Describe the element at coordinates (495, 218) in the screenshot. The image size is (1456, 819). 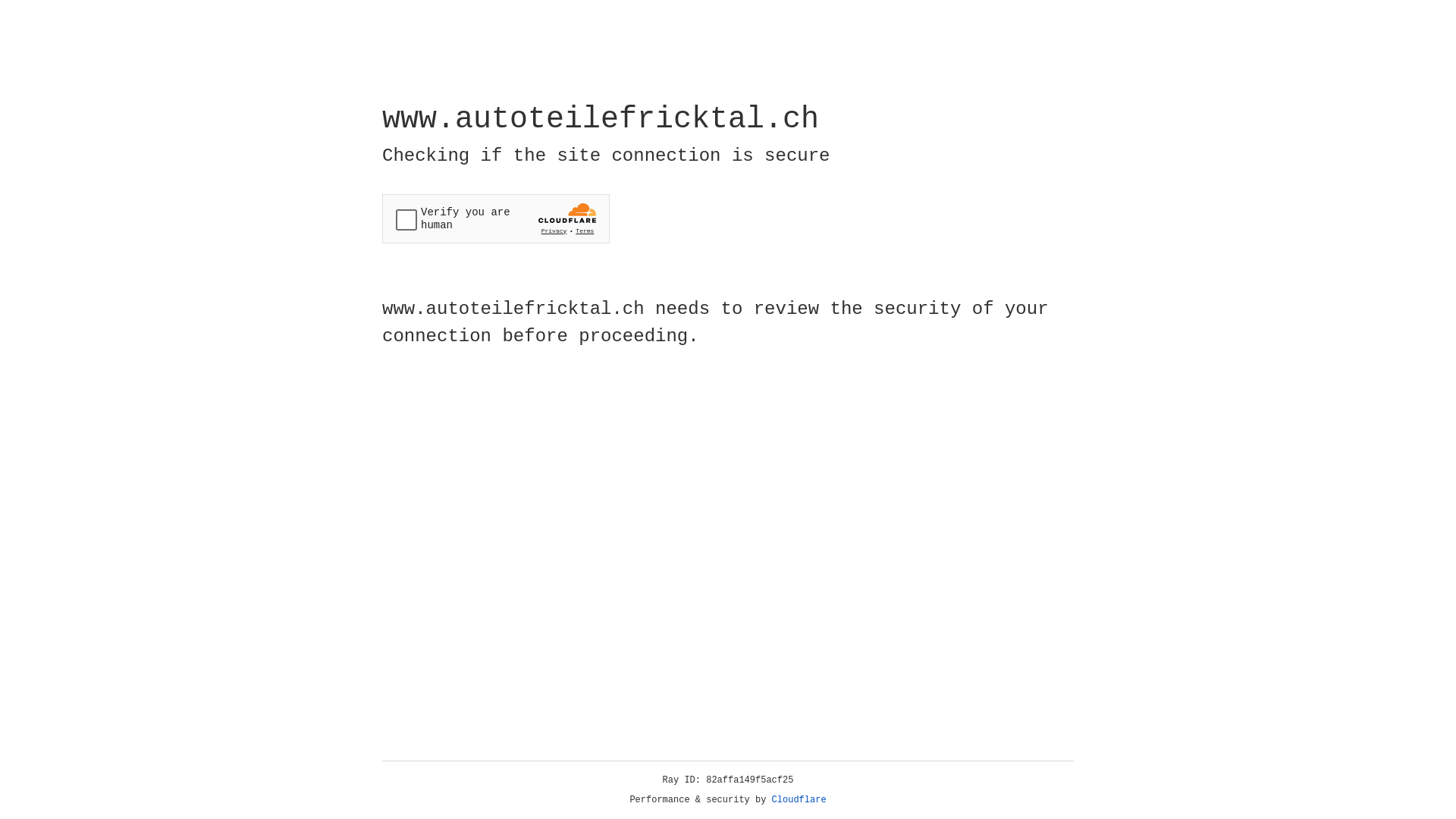
I see `'Widget containing a Cloudflare security challenge'` at that location.